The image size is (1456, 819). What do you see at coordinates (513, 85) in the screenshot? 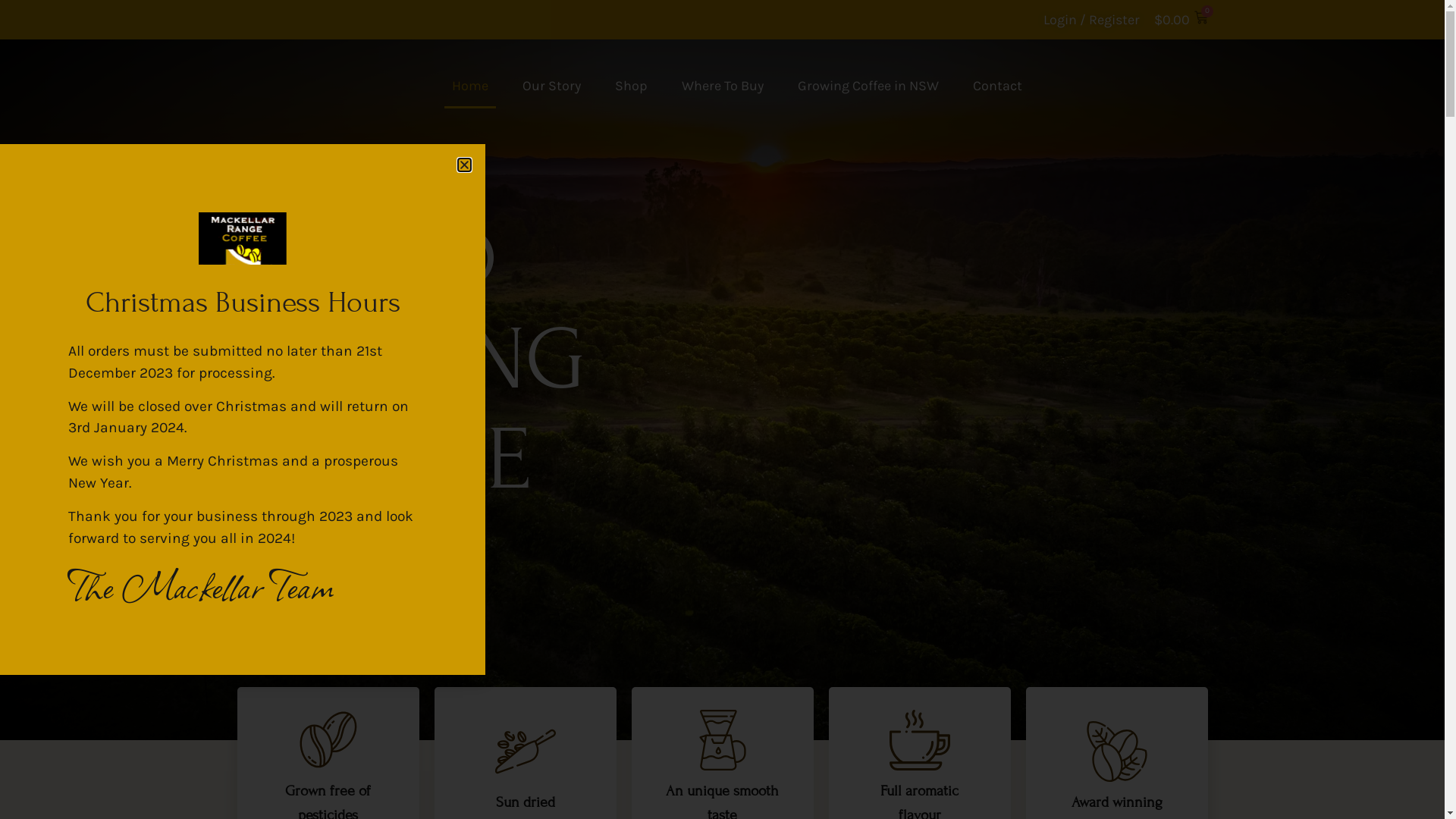
I see `'Our Story'` at bounding box center [513, 85].